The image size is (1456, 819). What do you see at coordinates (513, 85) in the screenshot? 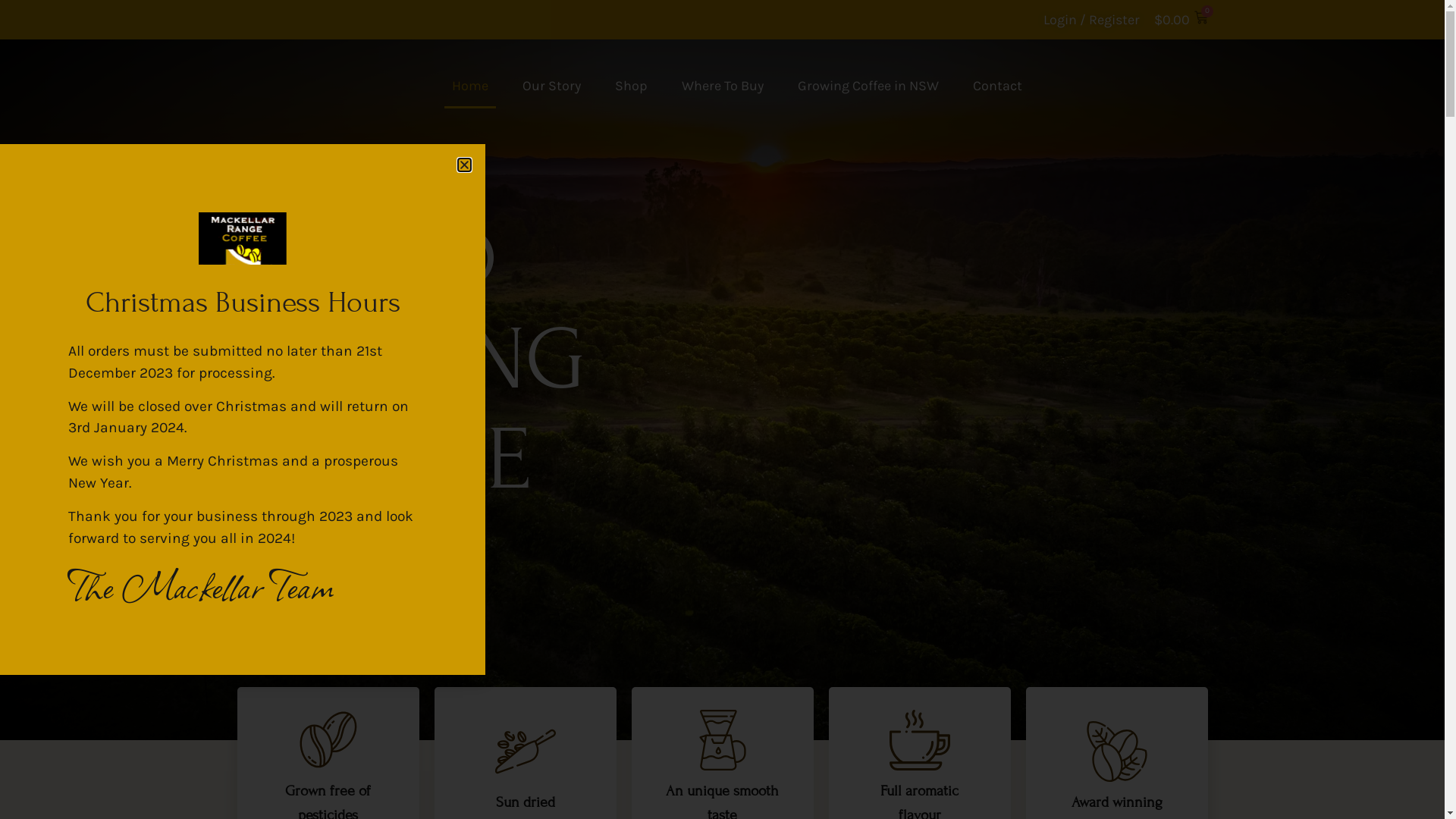
I see `'Our Story'` at bounding box center [513, 85].